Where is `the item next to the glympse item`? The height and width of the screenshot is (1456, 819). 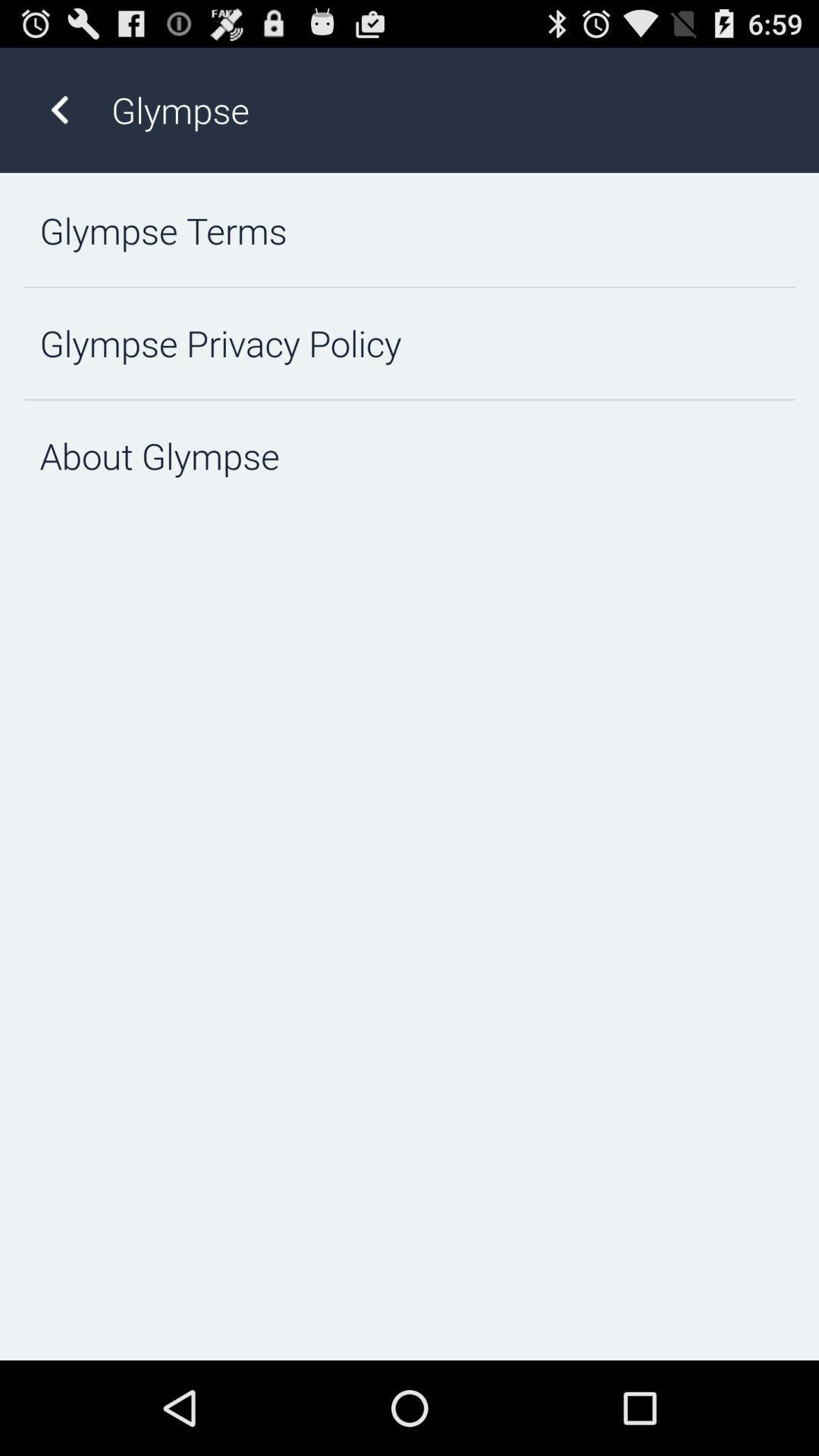
the item next to the glympse item is located at coordinates (58, 109).